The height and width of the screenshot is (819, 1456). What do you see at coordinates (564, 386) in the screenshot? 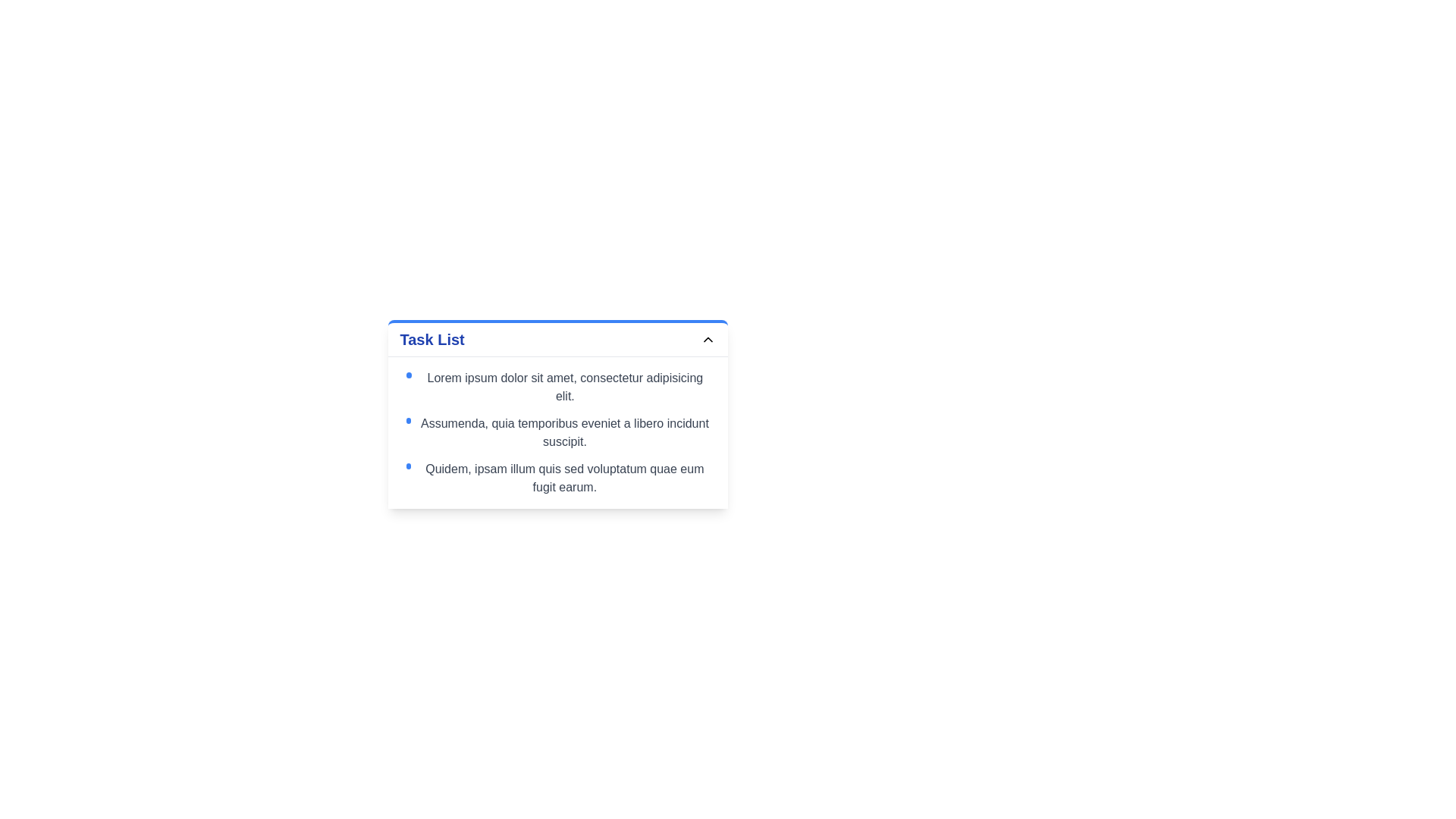
I see `the text block displaying 'Lorem ipsum dolor sit amet, consectetur adipisicing elit.' which is the first item in the 'Task List' section, positioned next to a blue circular bullet icon` at bounding box center [564, 386].